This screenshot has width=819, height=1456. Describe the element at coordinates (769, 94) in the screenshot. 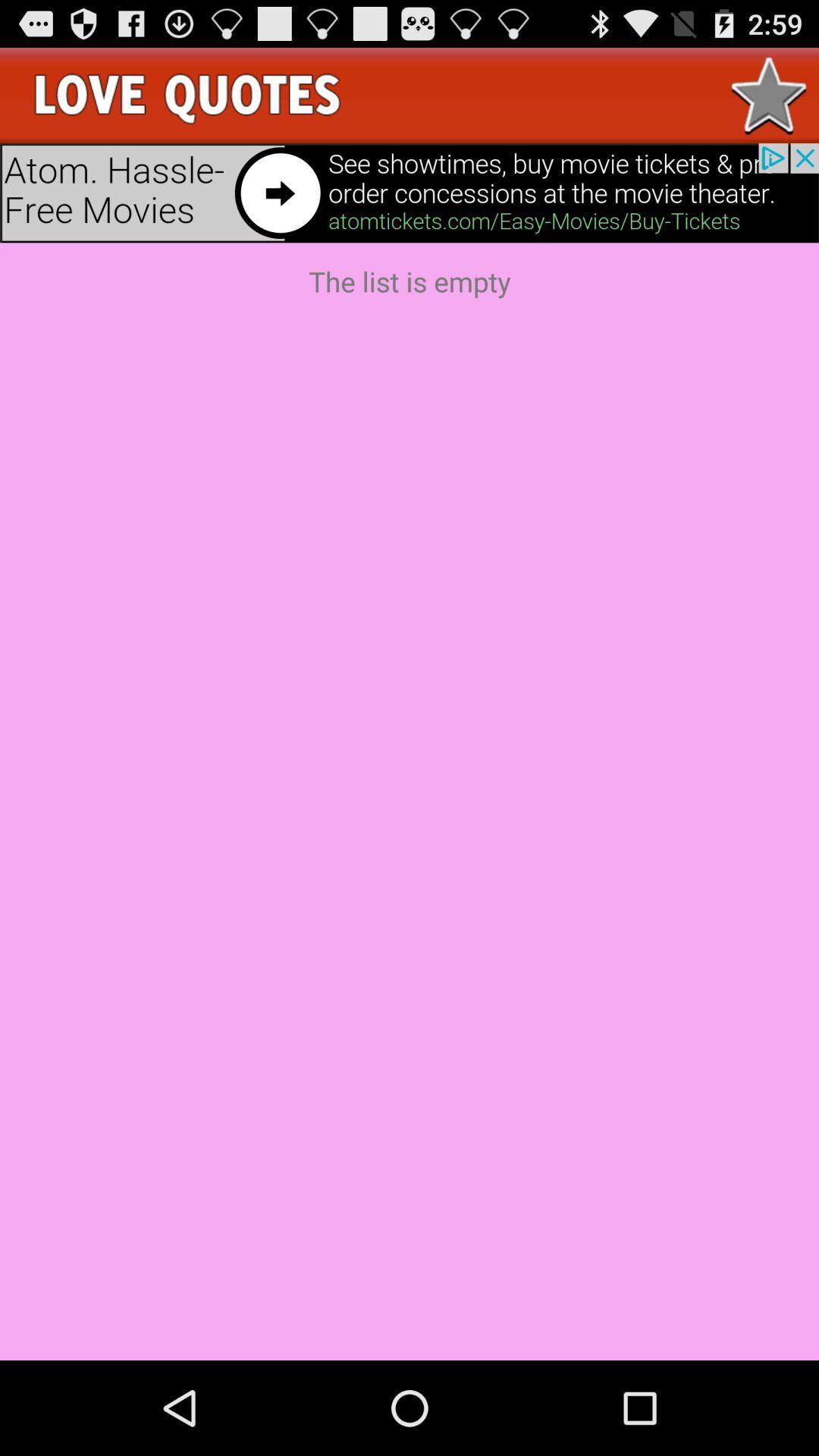

I see `to favorites` at that location.